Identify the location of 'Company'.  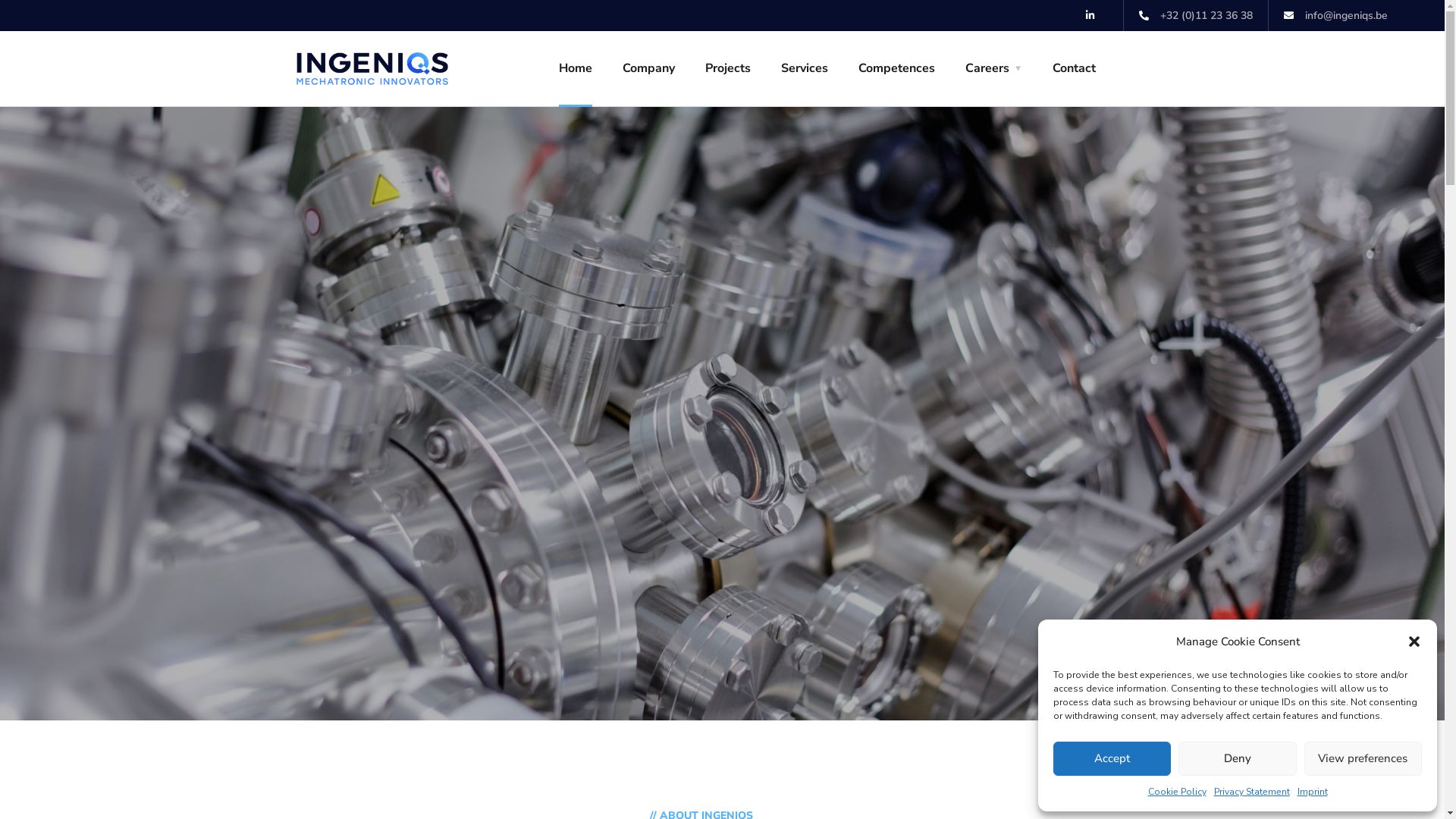
(648, 68).